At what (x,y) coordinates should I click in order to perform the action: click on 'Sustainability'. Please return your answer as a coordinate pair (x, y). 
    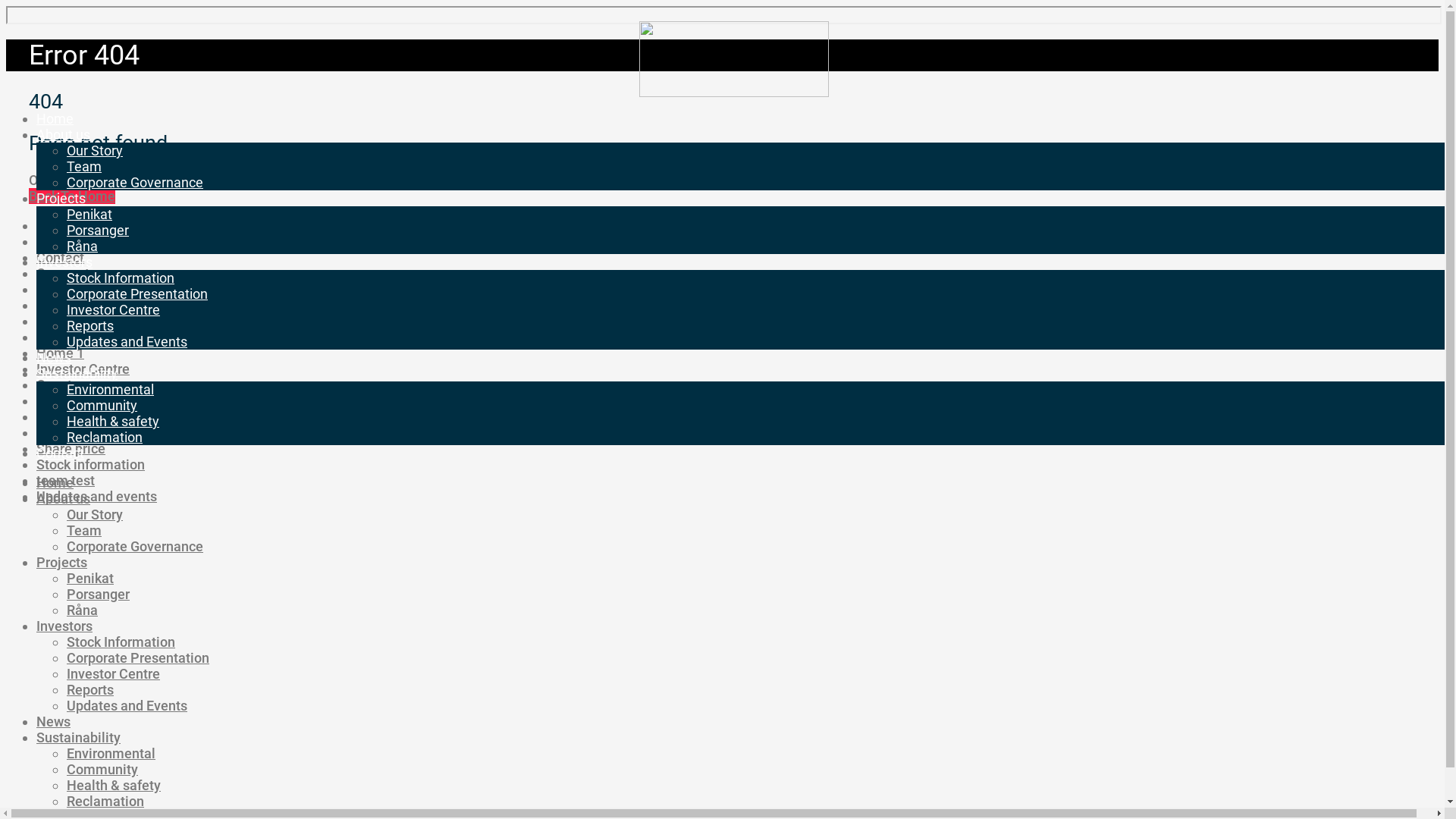
    Looking at the image, I should click on (77, 736).